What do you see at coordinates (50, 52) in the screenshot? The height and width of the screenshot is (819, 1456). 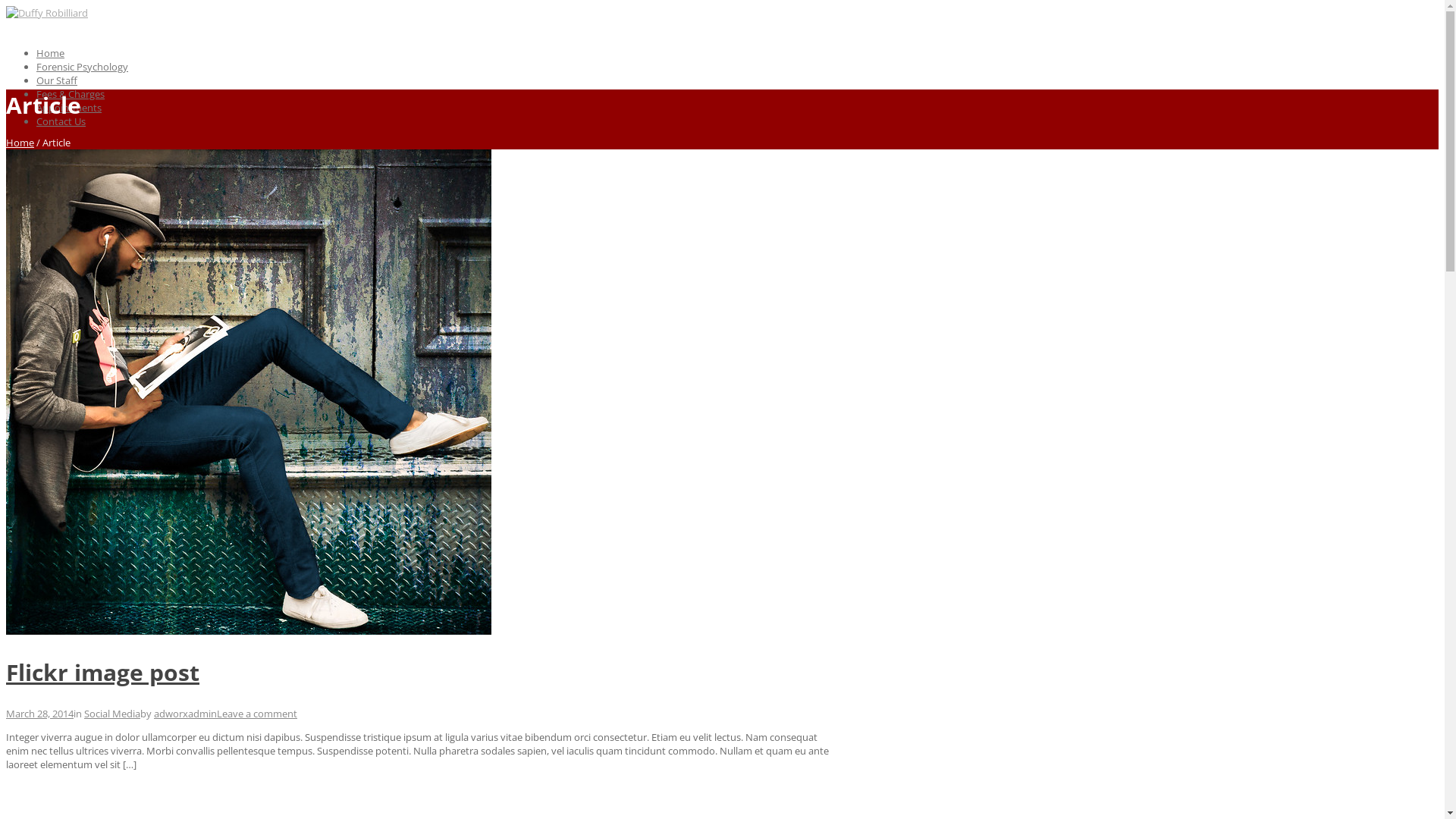 I see `'Home'` at bounding box center [50, 52].